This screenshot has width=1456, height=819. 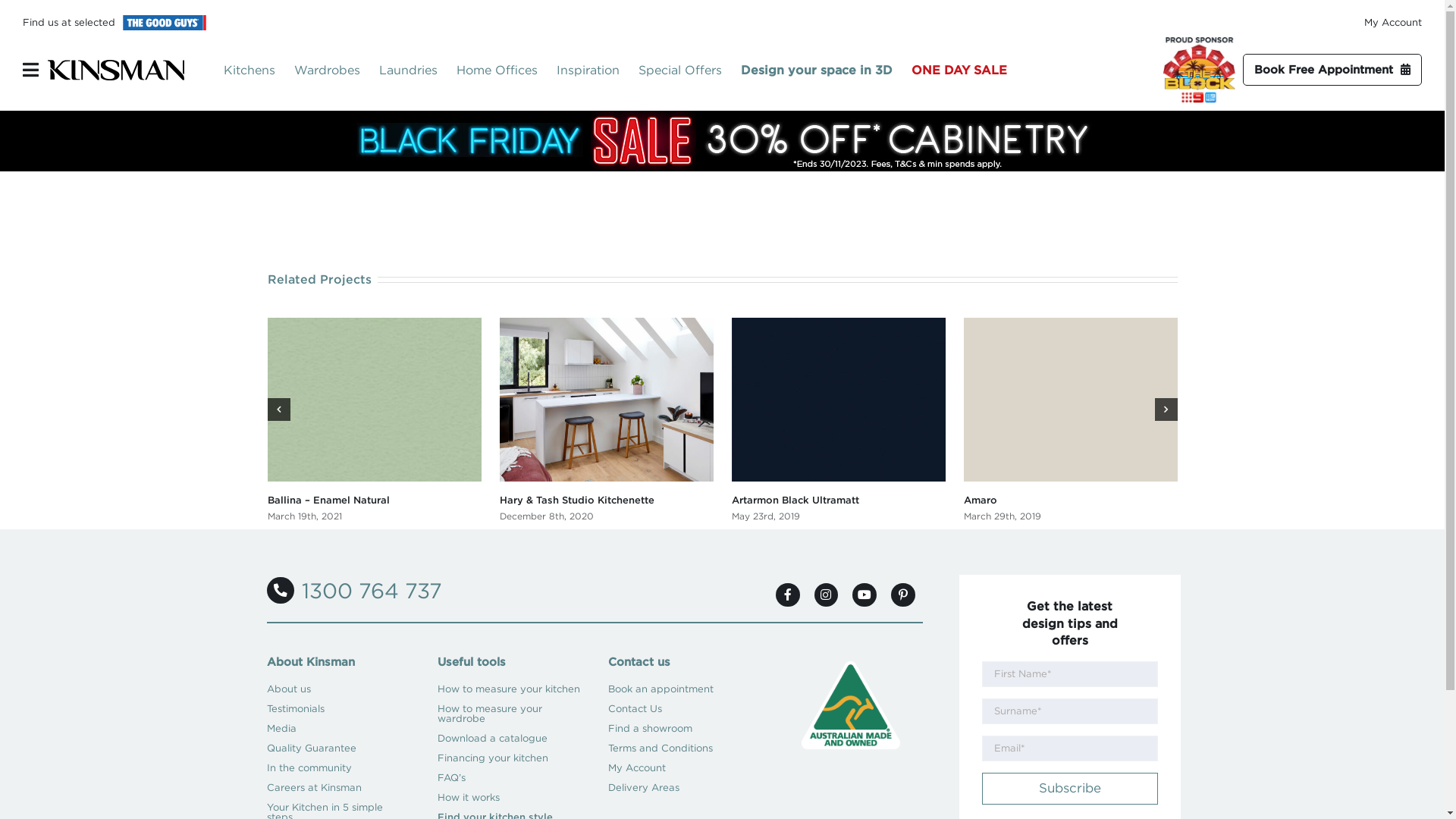 What do you see at coordinates (968, 70) in the screenshot?
I see `'ONE DAY SALE'` at bounding box center [968, 70].